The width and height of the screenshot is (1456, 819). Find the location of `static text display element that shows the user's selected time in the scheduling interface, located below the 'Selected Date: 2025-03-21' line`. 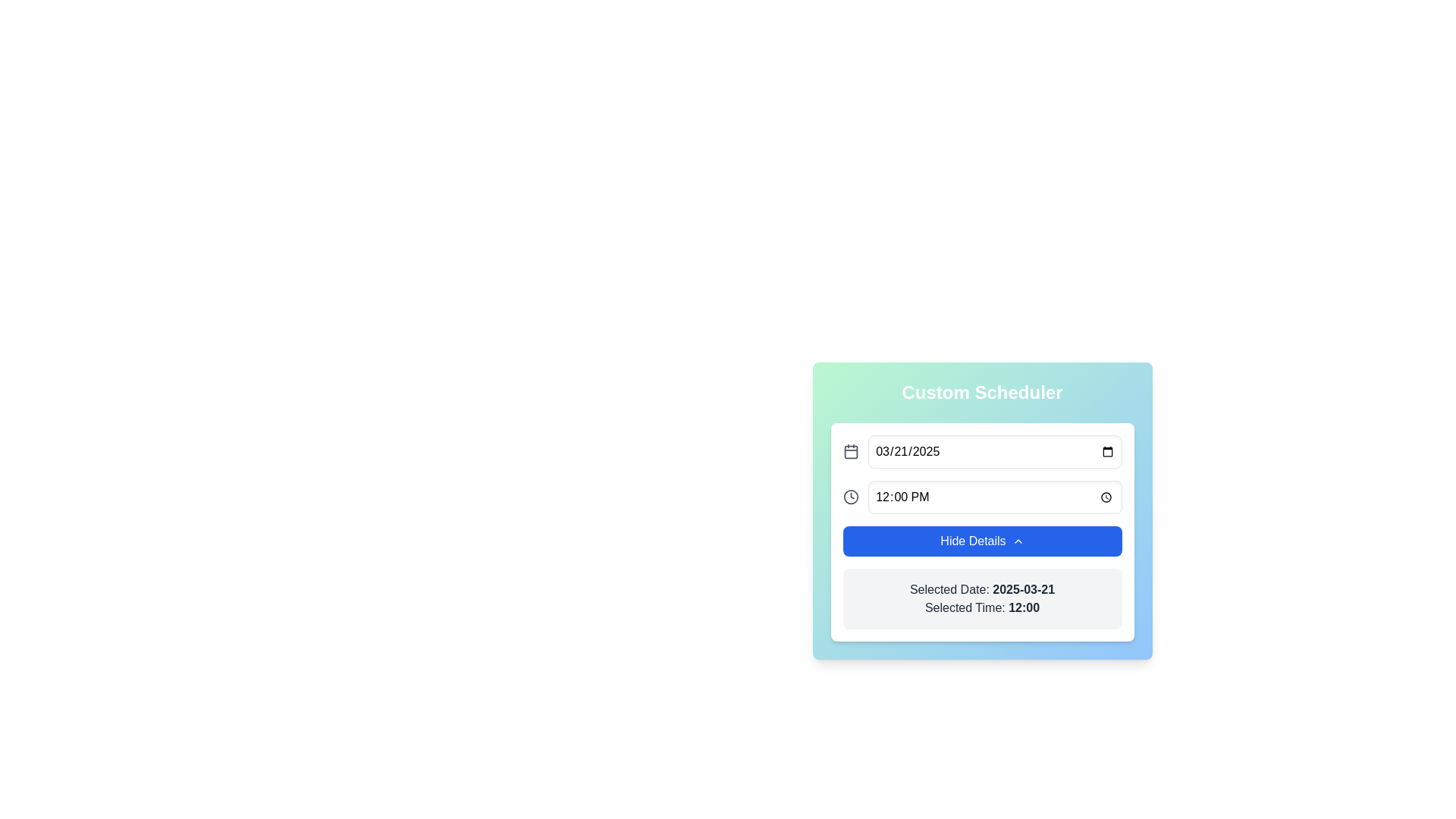

static text display element that shows the user's selected time in the scheduling interface, located below the 'Selected Date: 2025-03-21' line is located at coordinates (982, 607).